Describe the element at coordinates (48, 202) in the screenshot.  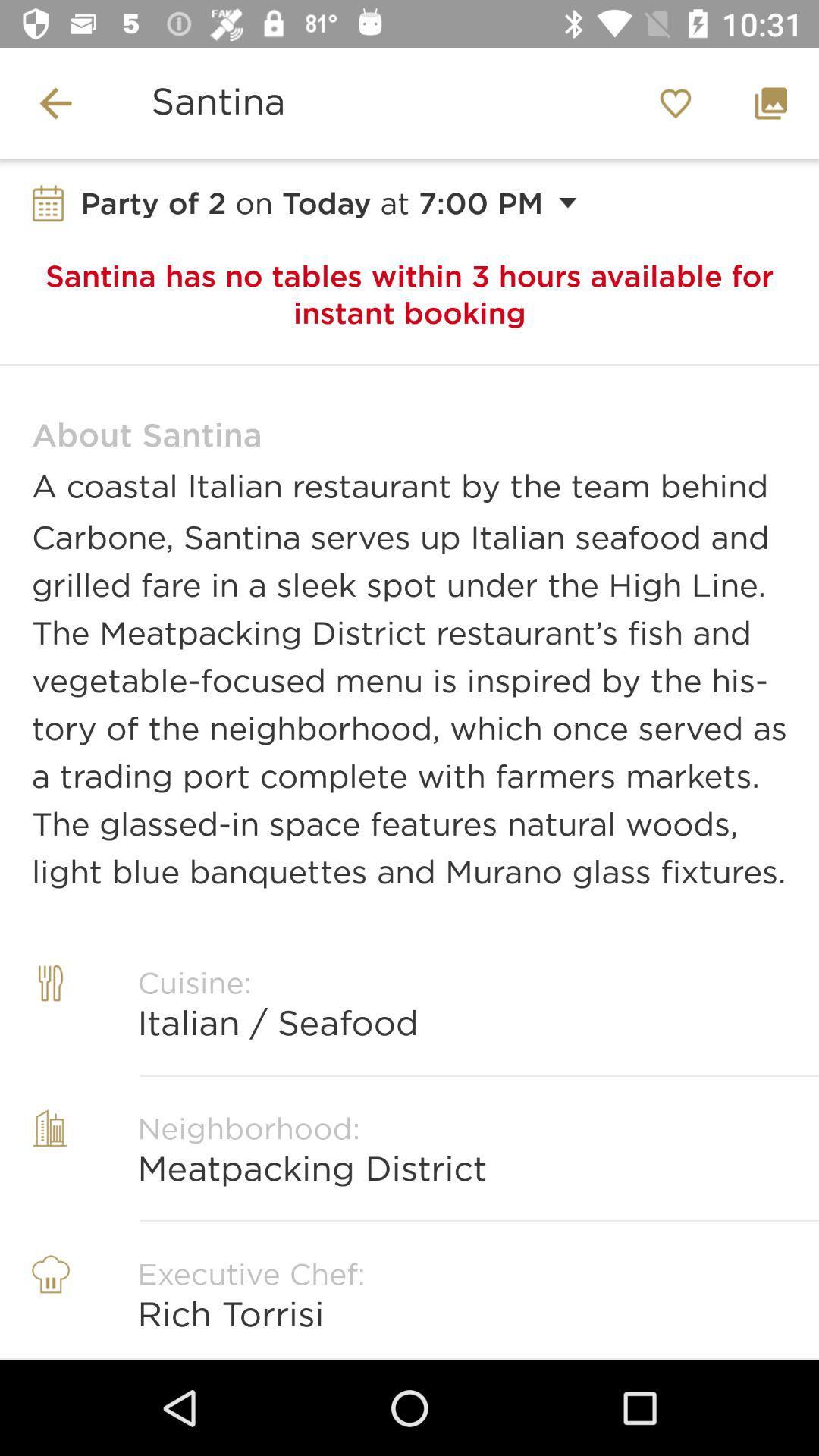
I see `calender icon at top left` at that location.